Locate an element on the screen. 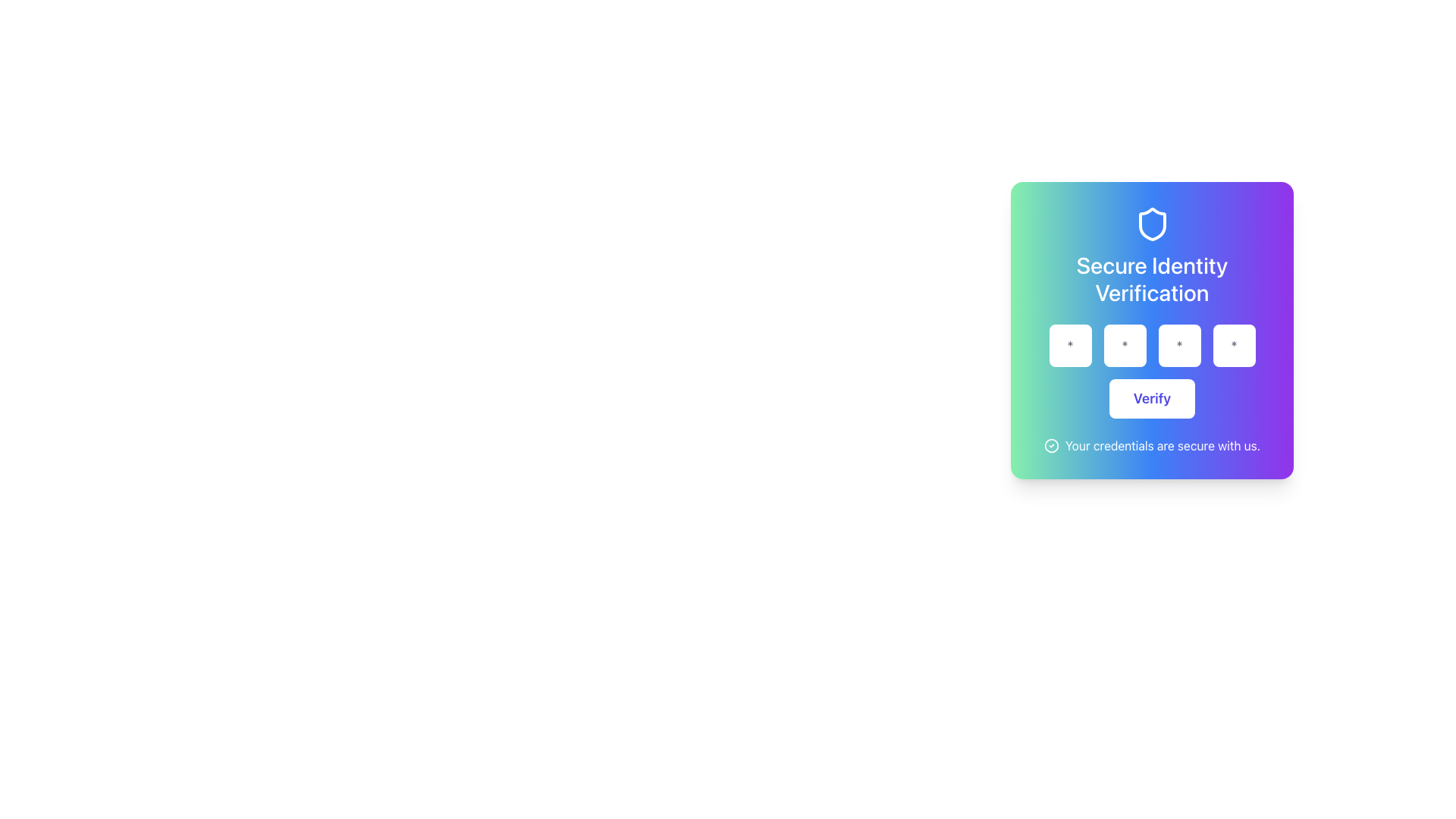 This screenshot has height=819, width=1456. the fourth input field in the group of four identical, square-shaped white input fields, which are located beneath the heading 'Secure Identity Verification' and above the 'Verify' button is located at coordinates (1152, 345).